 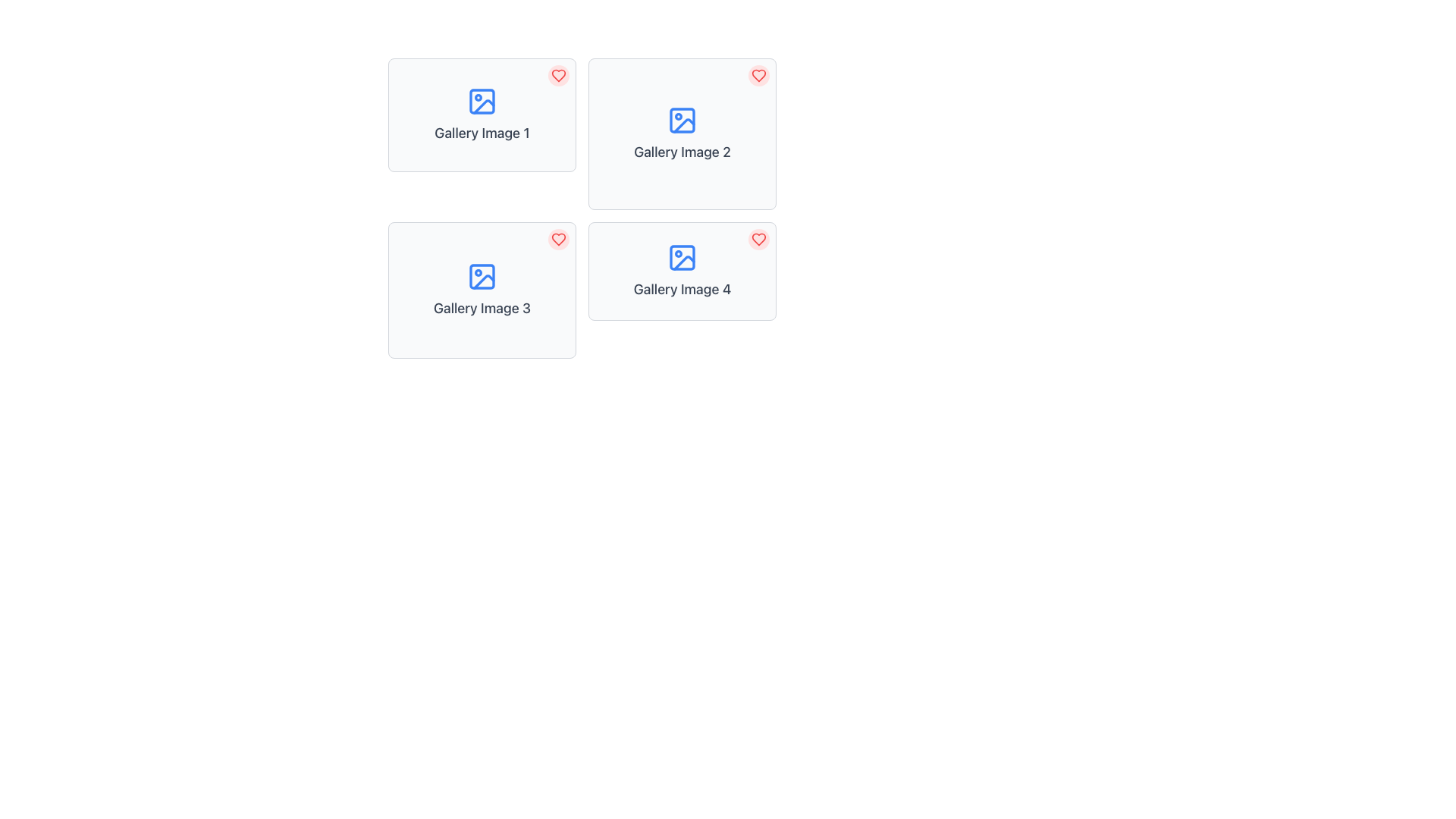 What do you see at coordinates (481, 308) in the screenshot?
I see `the static text label in the lower-middle part of the gallery card, which indicates the name of the gallery item and is the third label in a 2x2 grid` at bounding box center [481, 308].